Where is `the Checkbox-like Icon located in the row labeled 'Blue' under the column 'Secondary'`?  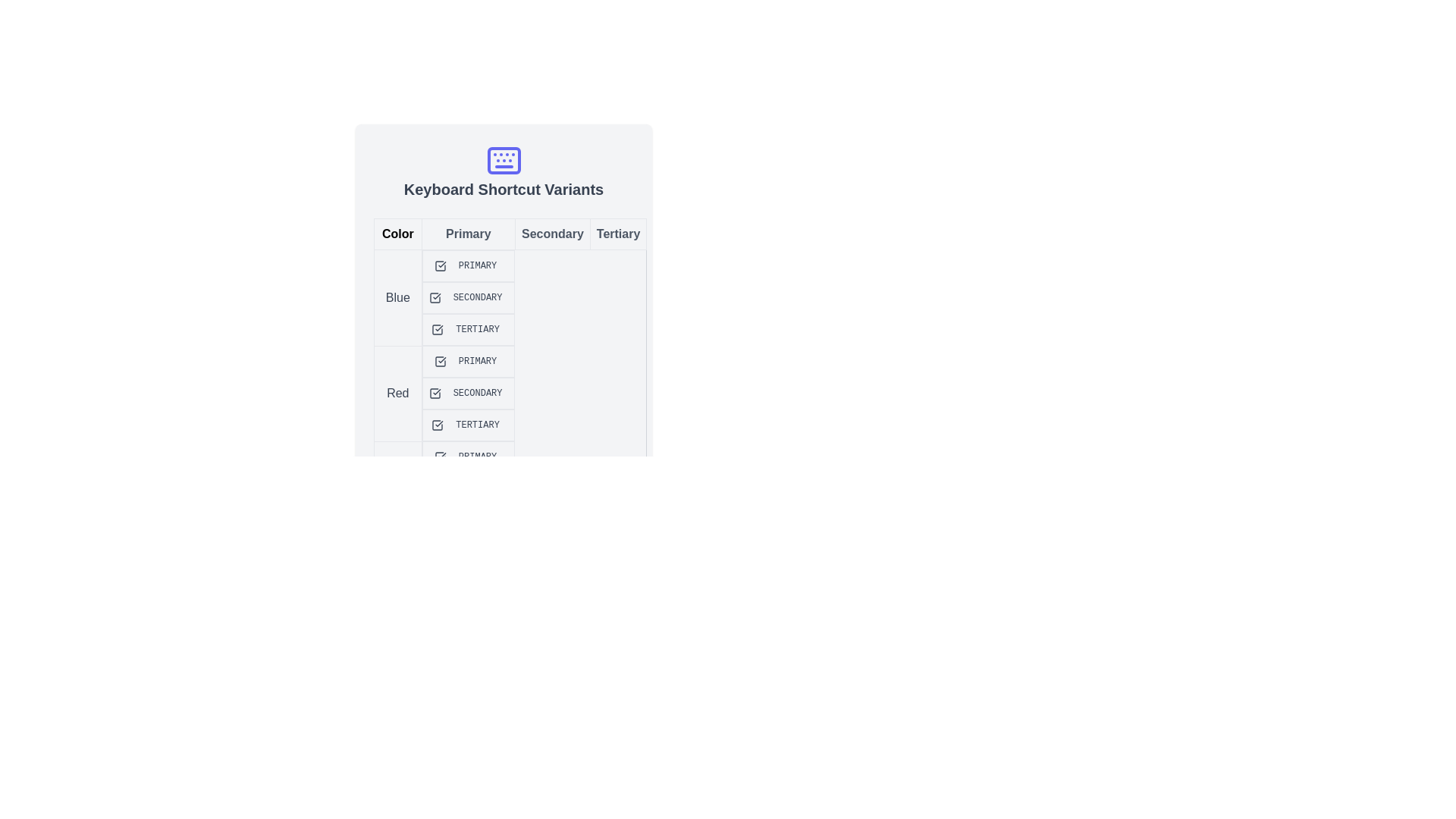 the Checkbox-like Icon located in the row labeled 'Blue' under the column 'Secondary' is located at coordinates (434, 298).